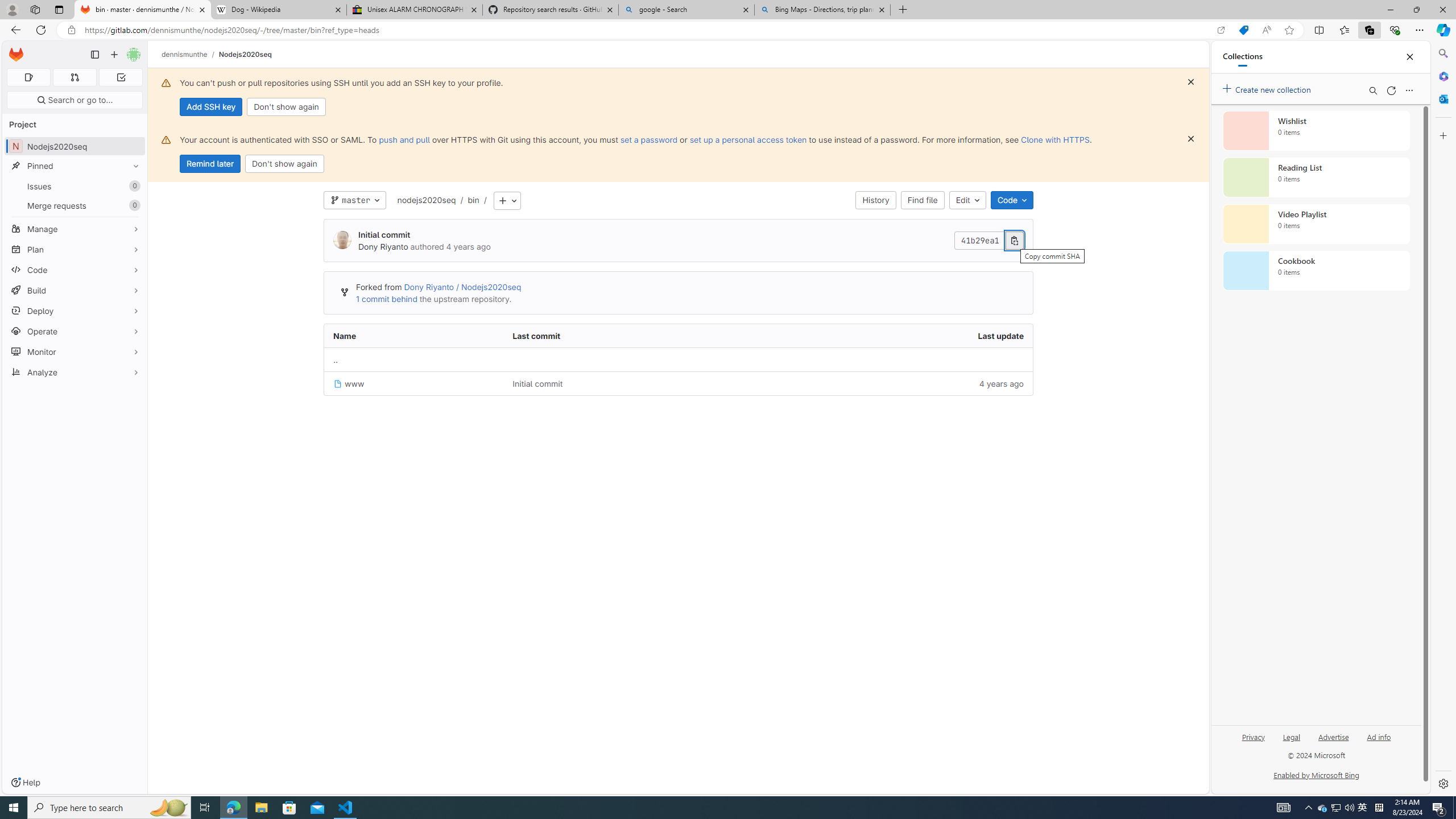 The image size is (1456, 819). I want to click on 'Plan', so click(74, 249).